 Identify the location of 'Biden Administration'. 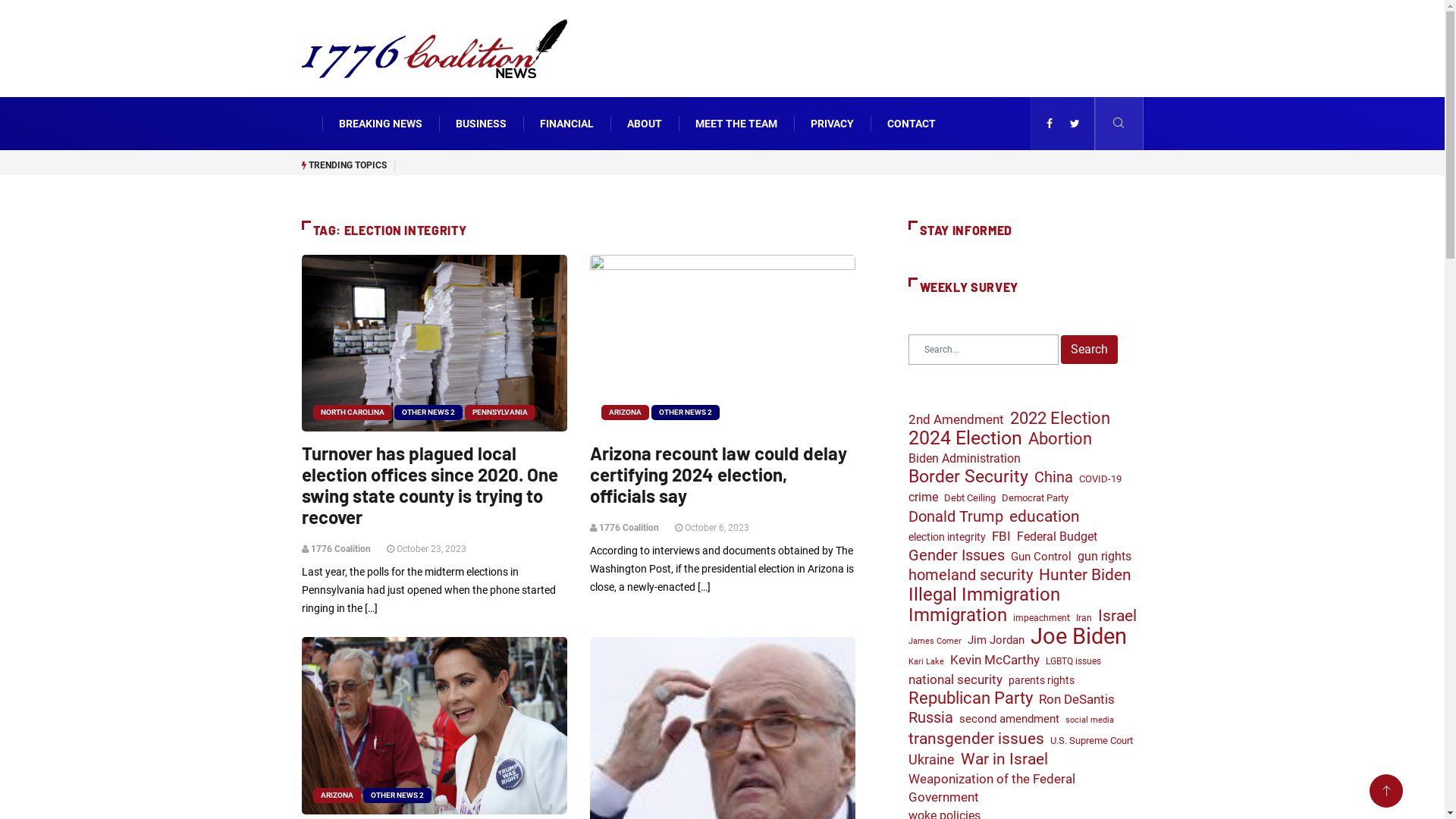
(964, 458).